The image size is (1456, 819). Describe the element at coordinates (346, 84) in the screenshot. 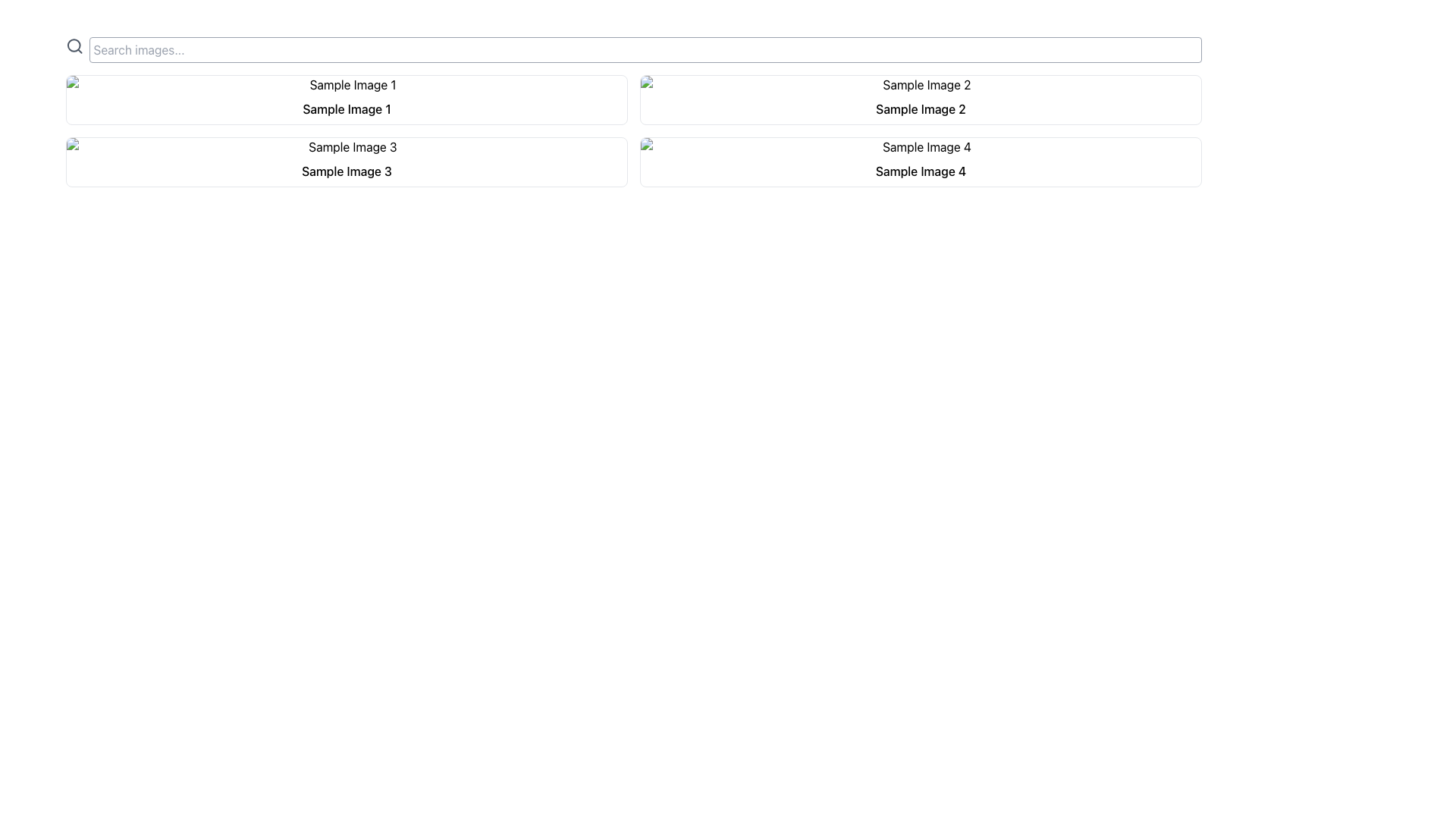

I see `the thumbnail image in the first card of the top row in the grid layout` at that location.